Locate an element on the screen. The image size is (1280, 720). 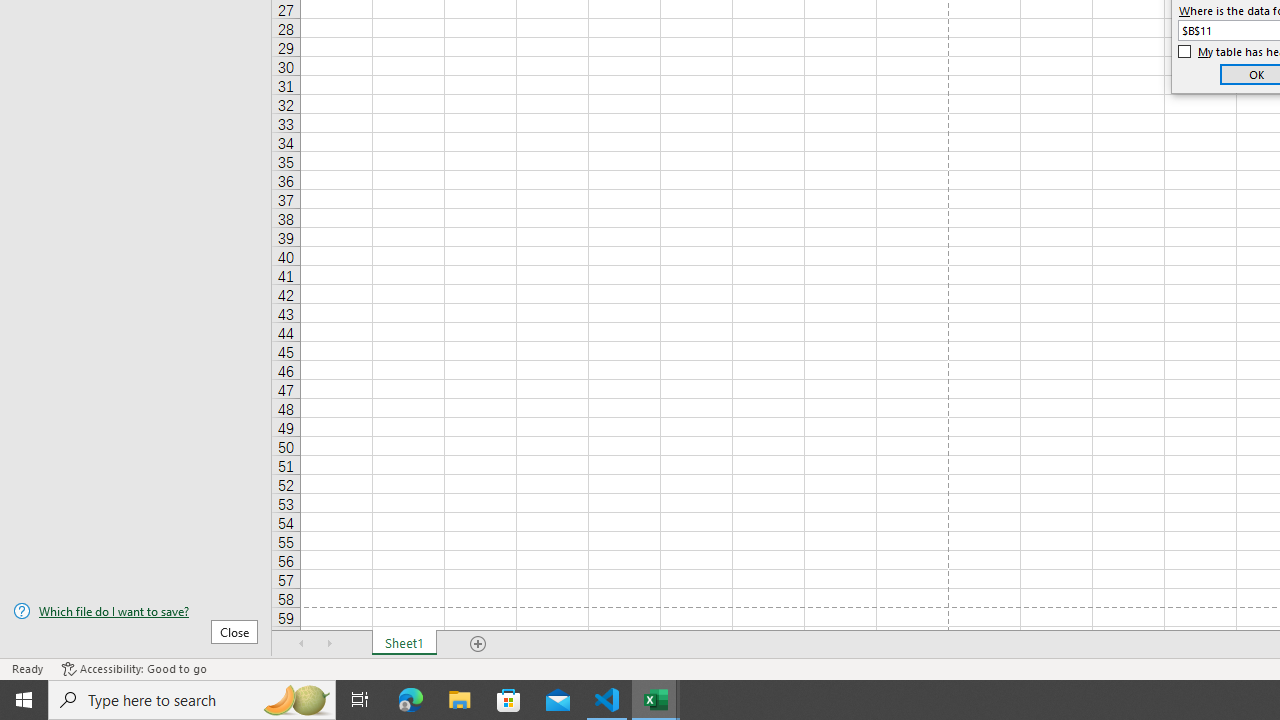
'Close' is located at coordinates (234, 631).